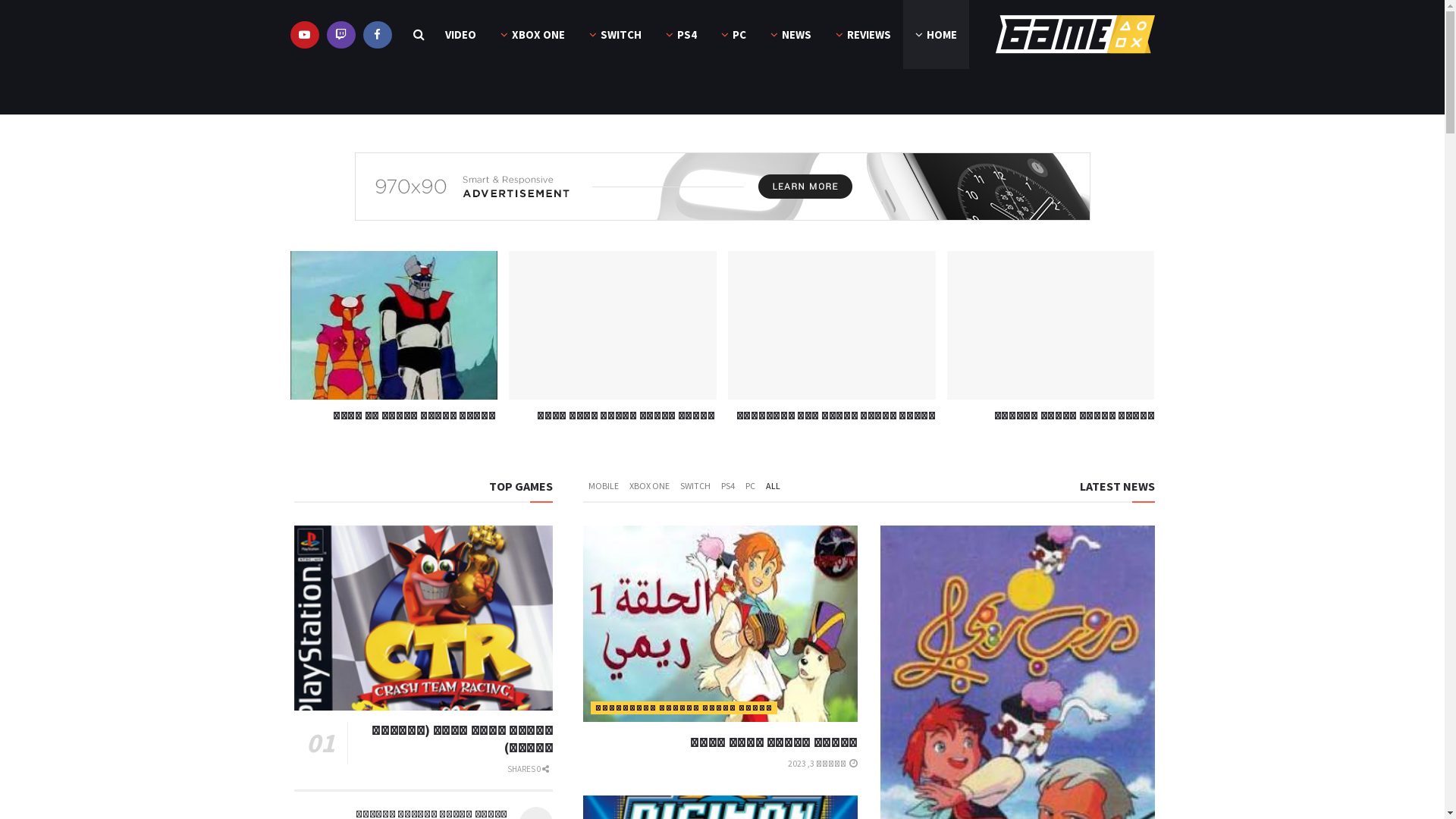 The width and height of the screenshot is (1456, 819). What do you see at coordinates (694, 485) in the screenshot?
I see `'SWITCH'` at bounding box center [694, 485].